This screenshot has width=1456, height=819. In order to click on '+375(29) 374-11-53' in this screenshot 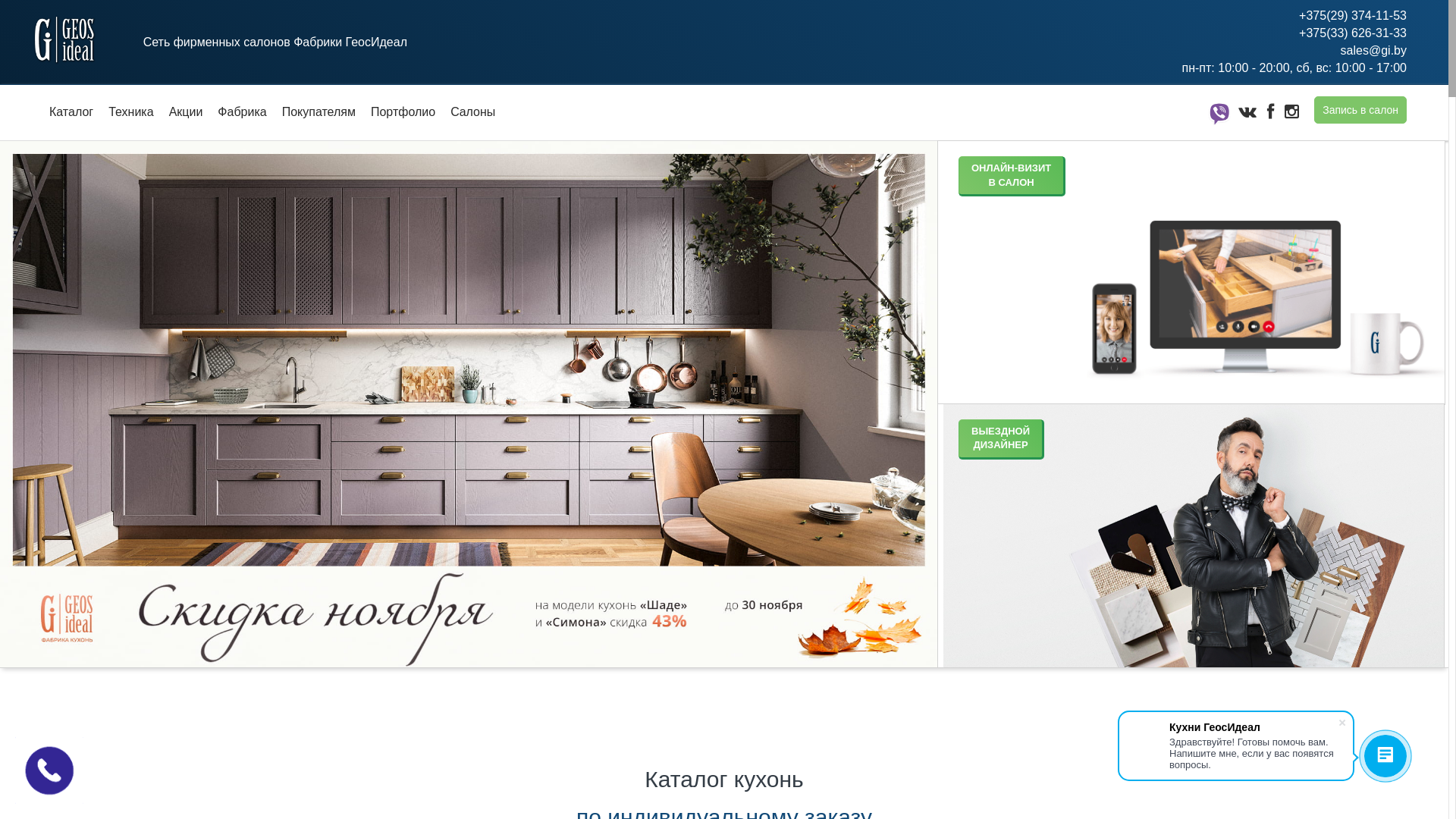, I will do `click(1294, 16)`.